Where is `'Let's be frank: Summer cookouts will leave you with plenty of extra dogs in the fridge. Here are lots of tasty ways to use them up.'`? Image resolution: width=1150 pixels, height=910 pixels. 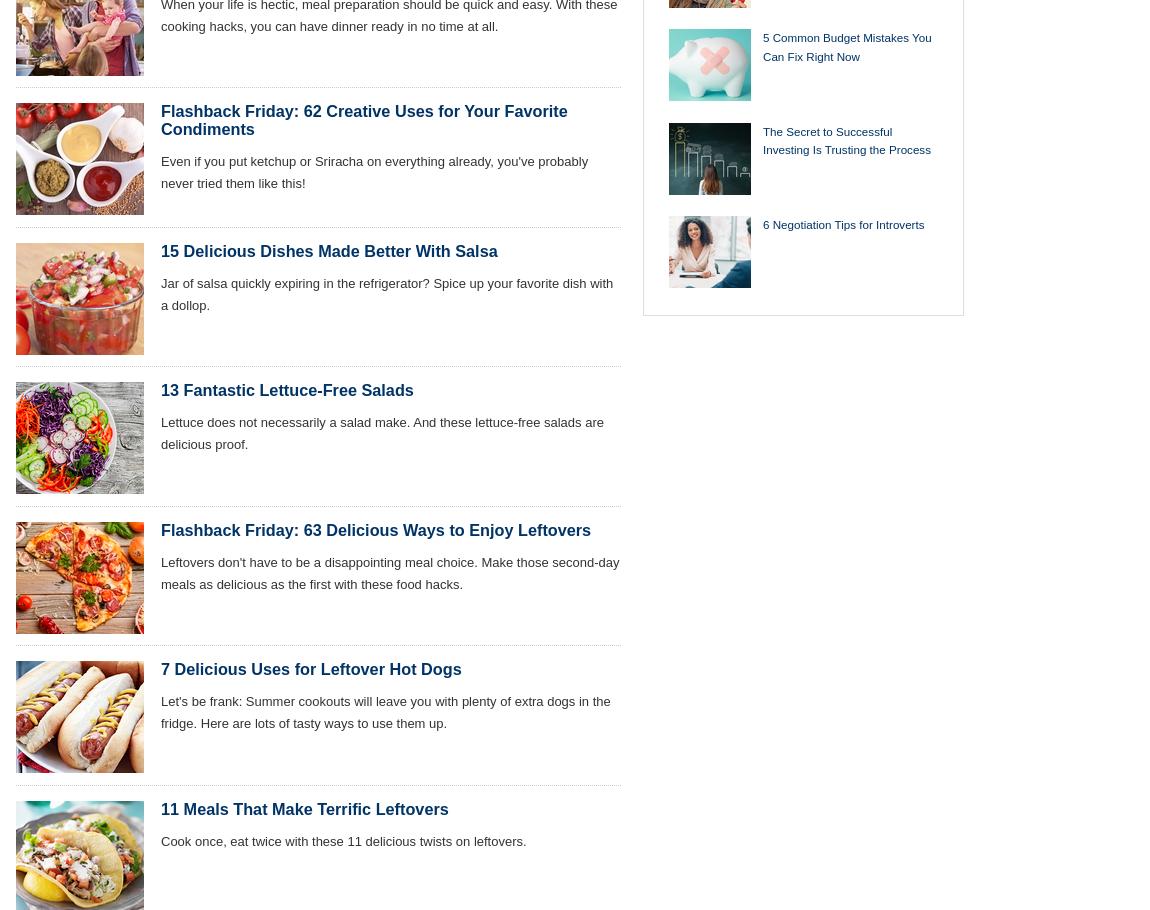
'Let's be frank: Summer cookouts will leave you with plenty of extra dogs in the fridge. Here are lots of tasty ways to use them up.' is located at coordinates (385, 712).